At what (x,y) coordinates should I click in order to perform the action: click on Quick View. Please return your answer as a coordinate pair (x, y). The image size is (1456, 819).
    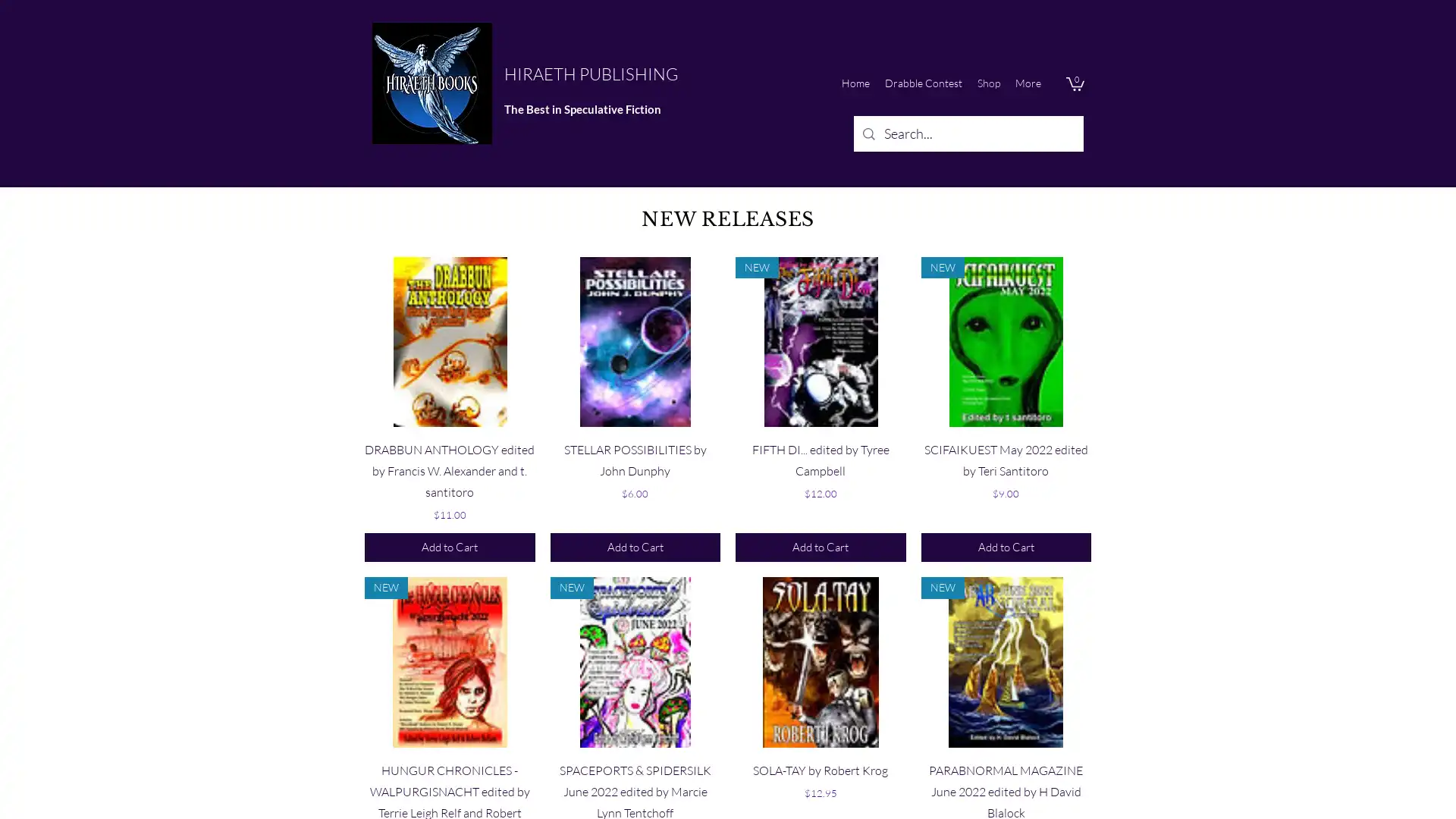
    Looking at the image, I should click on (635, 766).